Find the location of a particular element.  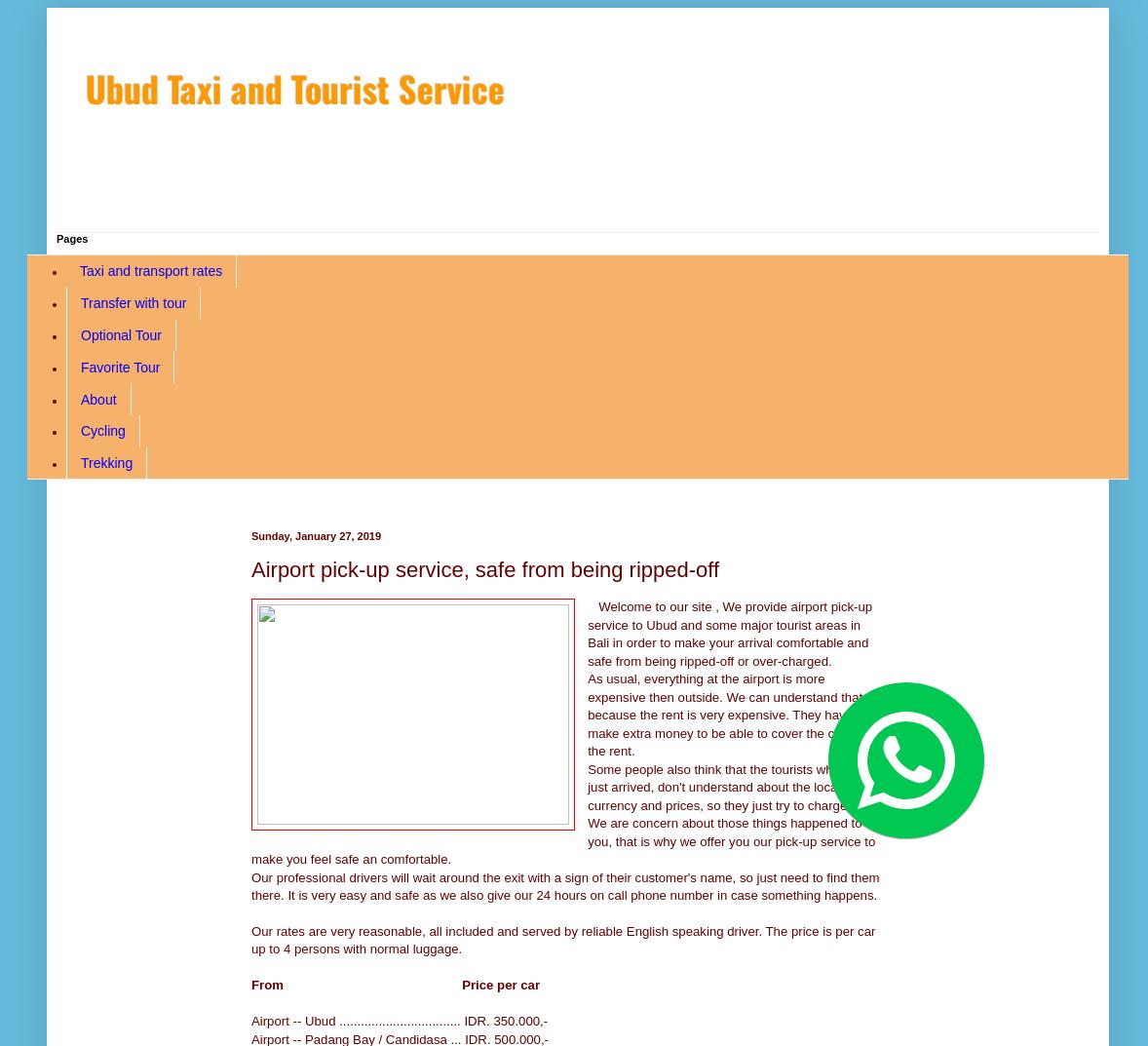

'Reliable transport solution' is located at coordinates (84, 184).